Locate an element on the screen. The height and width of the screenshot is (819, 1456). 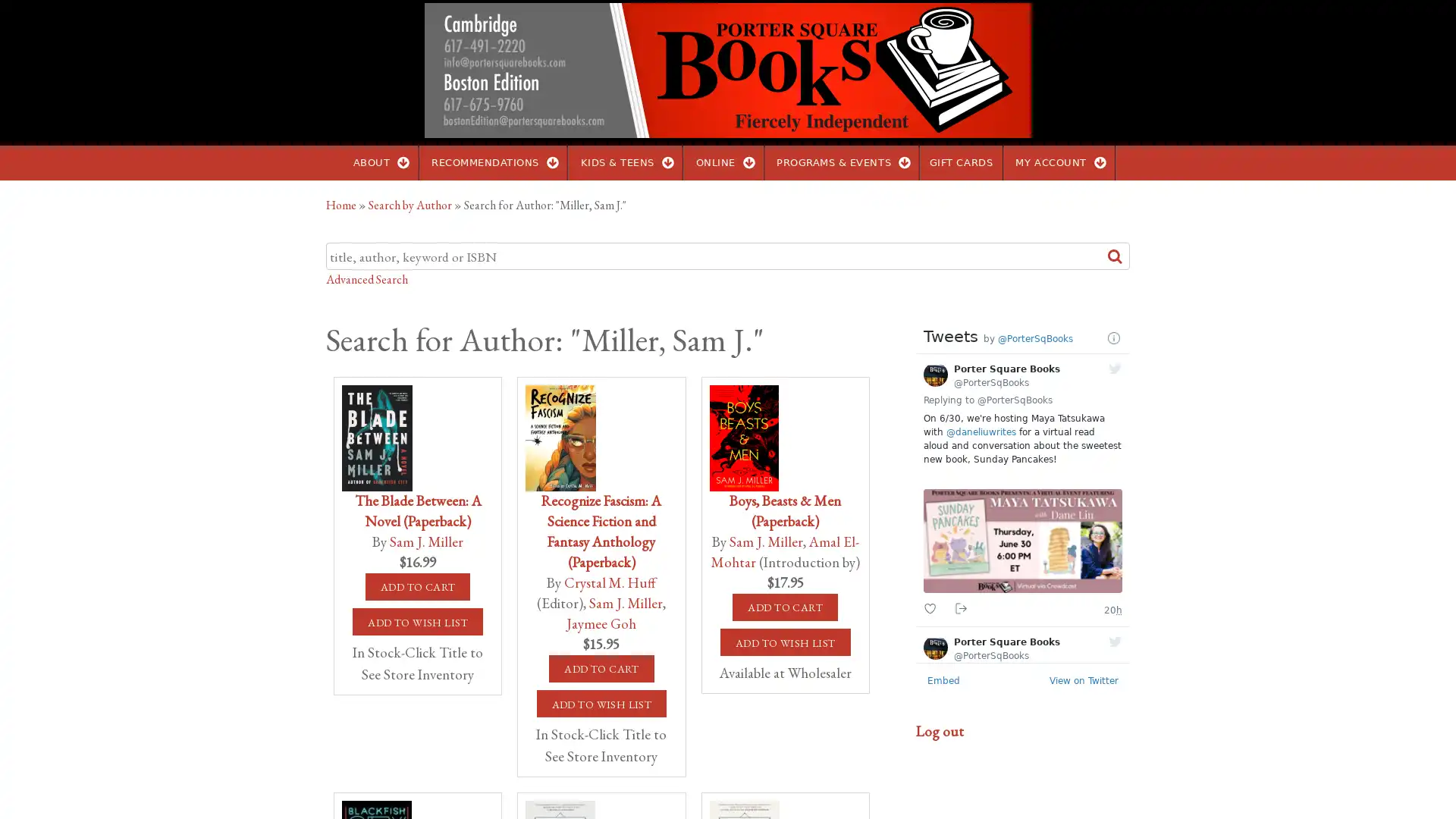
Add to Cart is located at coordinates (785, 607).